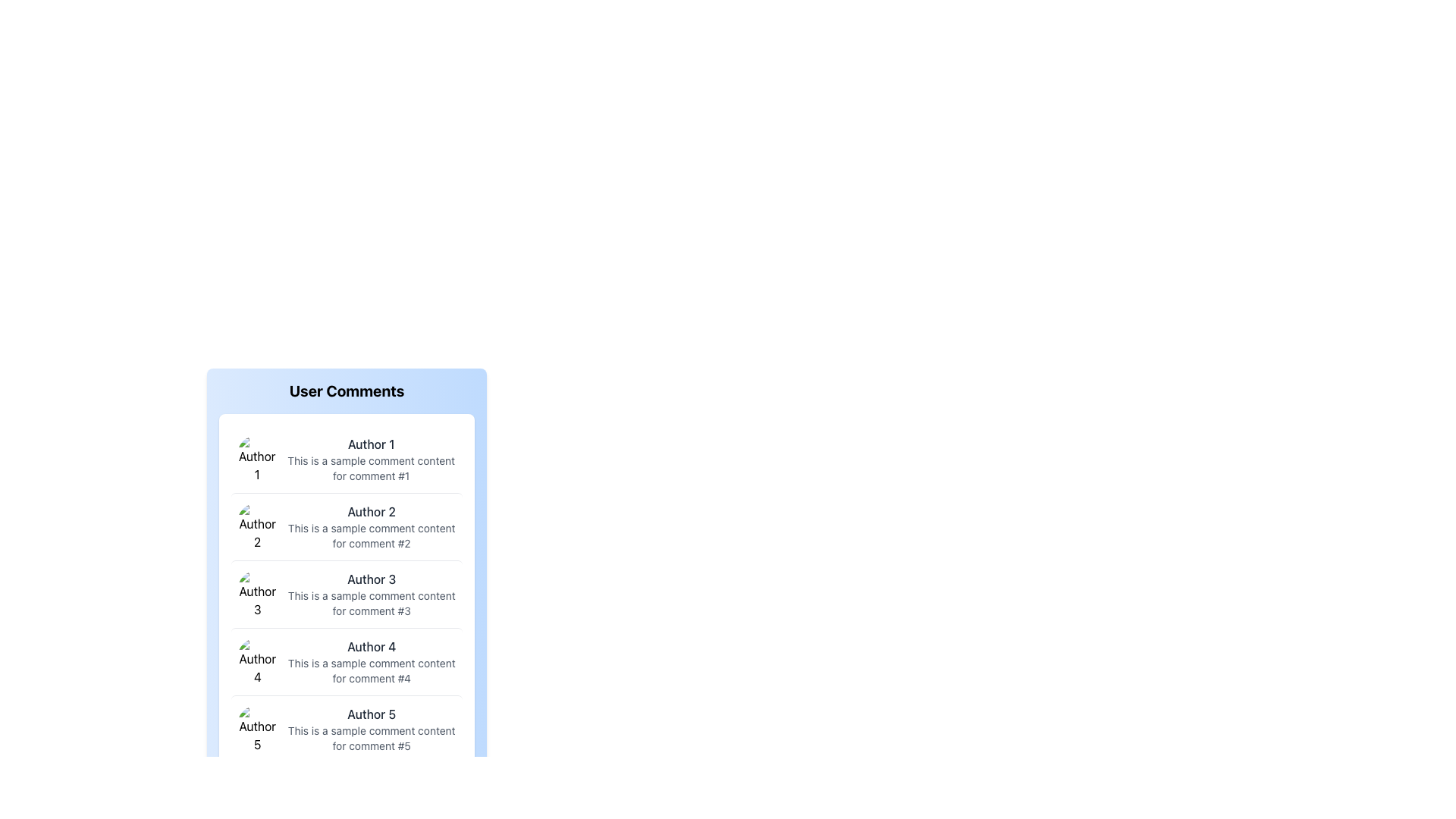 The height and width of the screenshot is (819, 1456). I want to click on the profile picture or user avatar of the first user in the comment section, which is a small circular image aligned with 'Author 1', so click(257, 458).